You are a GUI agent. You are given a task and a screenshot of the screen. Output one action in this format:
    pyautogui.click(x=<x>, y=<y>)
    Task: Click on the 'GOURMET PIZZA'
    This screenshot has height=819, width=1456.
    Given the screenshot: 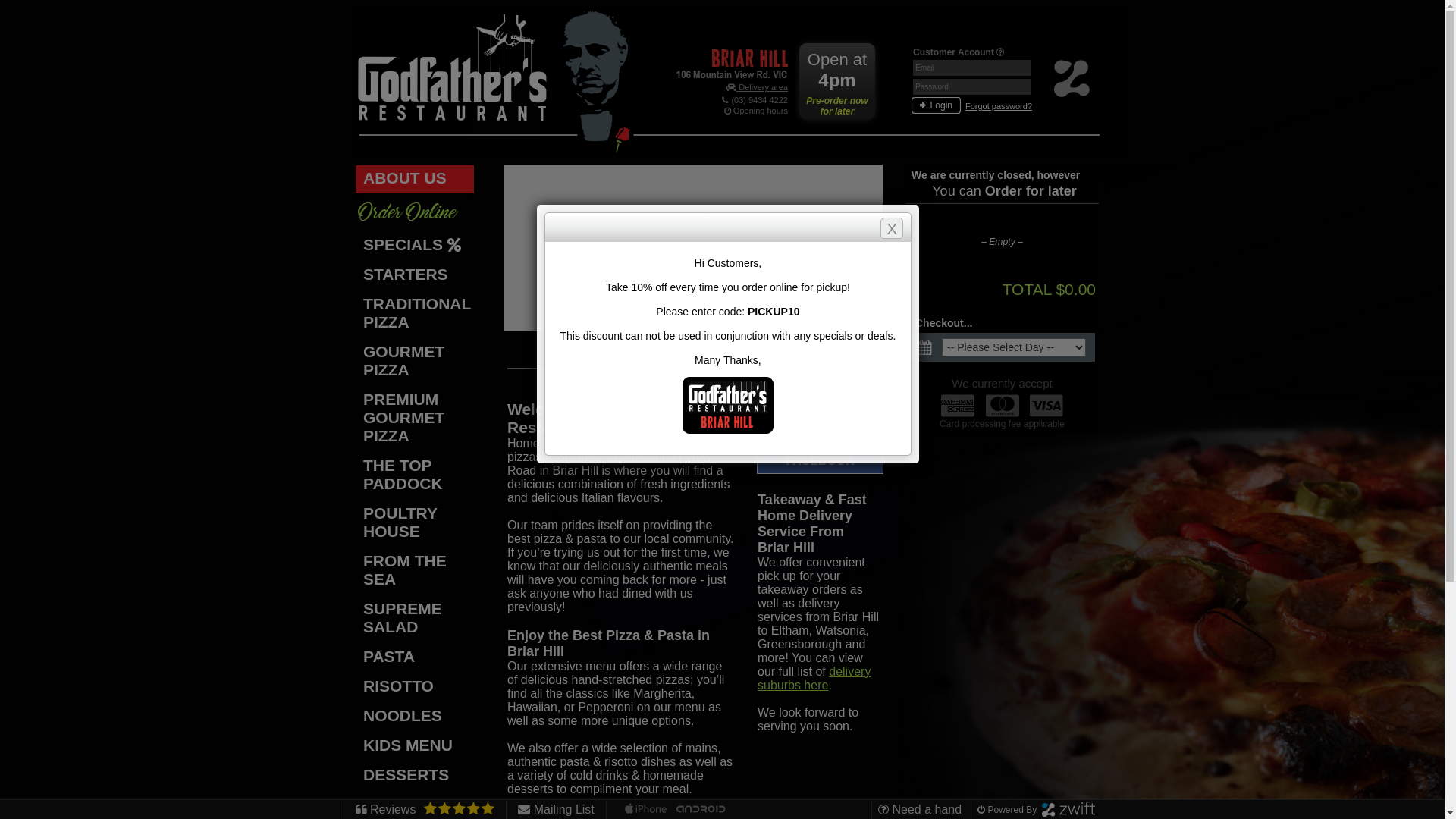 What is the action you would take?
    pyautogui.click(x=415, y=362)
    